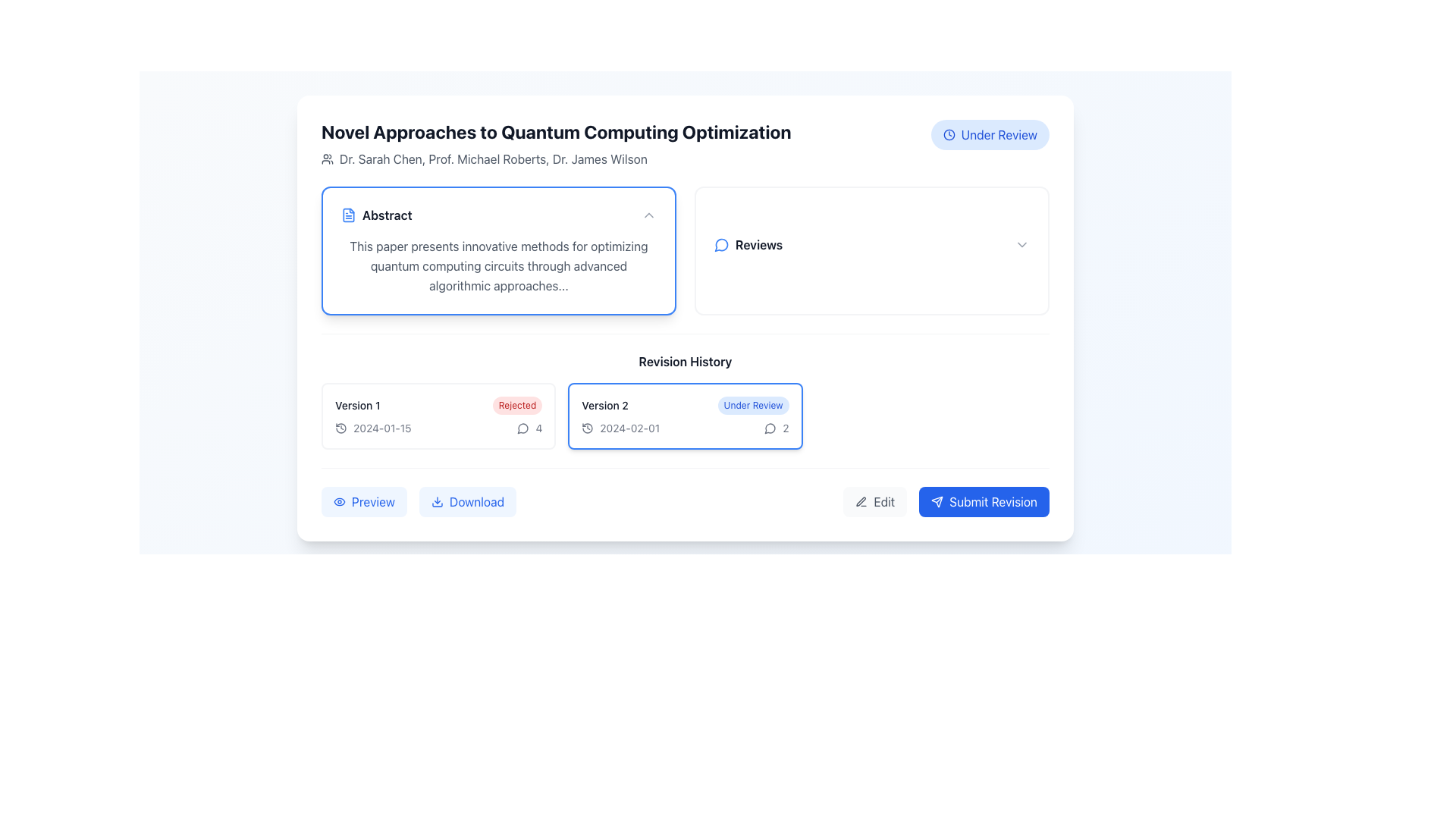 Image resolution: width=1456 pixels, height=819 pixels. What do you see at coordinates (523, 428) in the screenshot?
I see `the speech or chat bubble icon located` at bounding box center [523, 428].